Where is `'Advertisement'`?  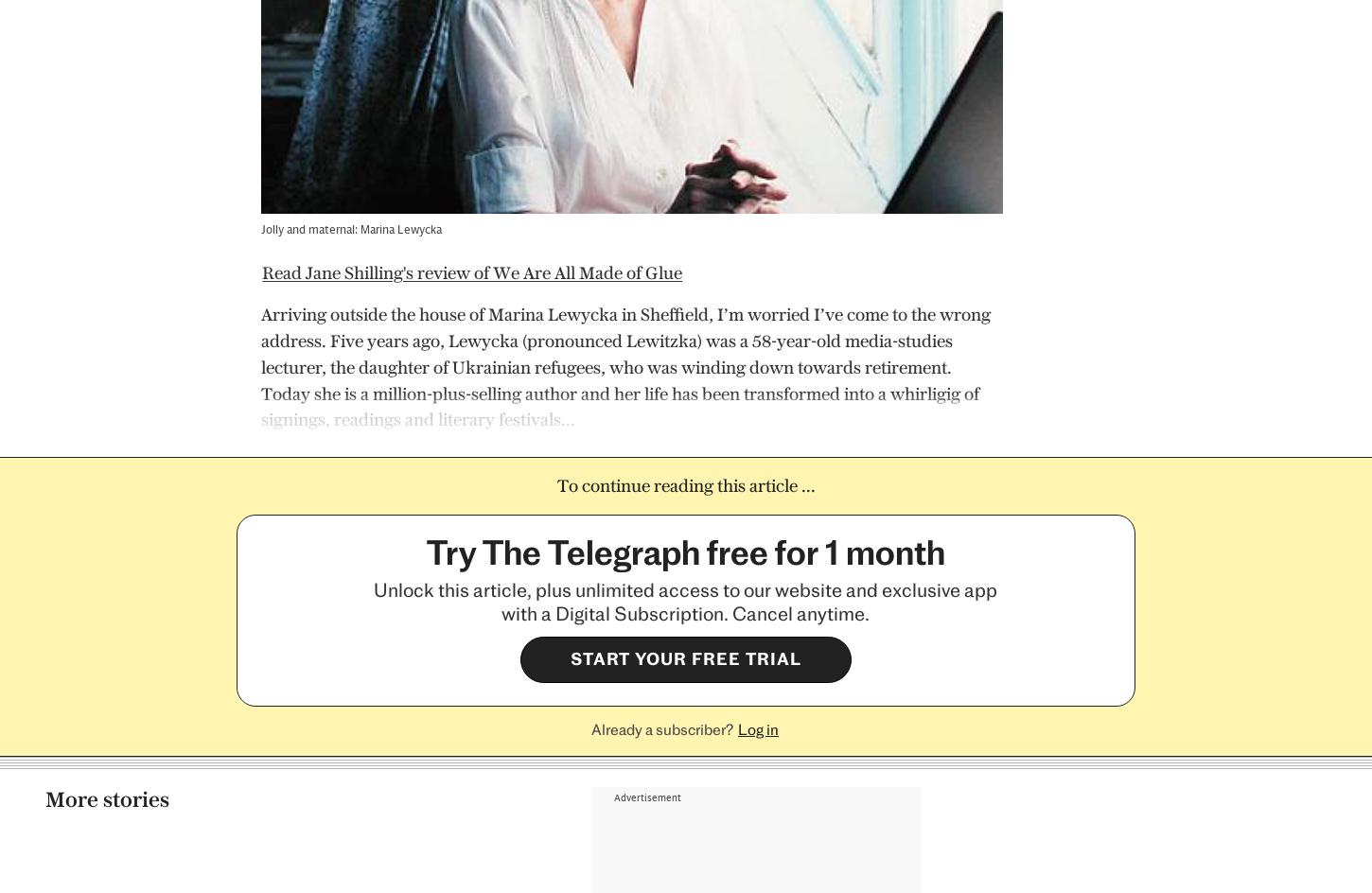 'Advertisement' is located at coordinates (645, 17).